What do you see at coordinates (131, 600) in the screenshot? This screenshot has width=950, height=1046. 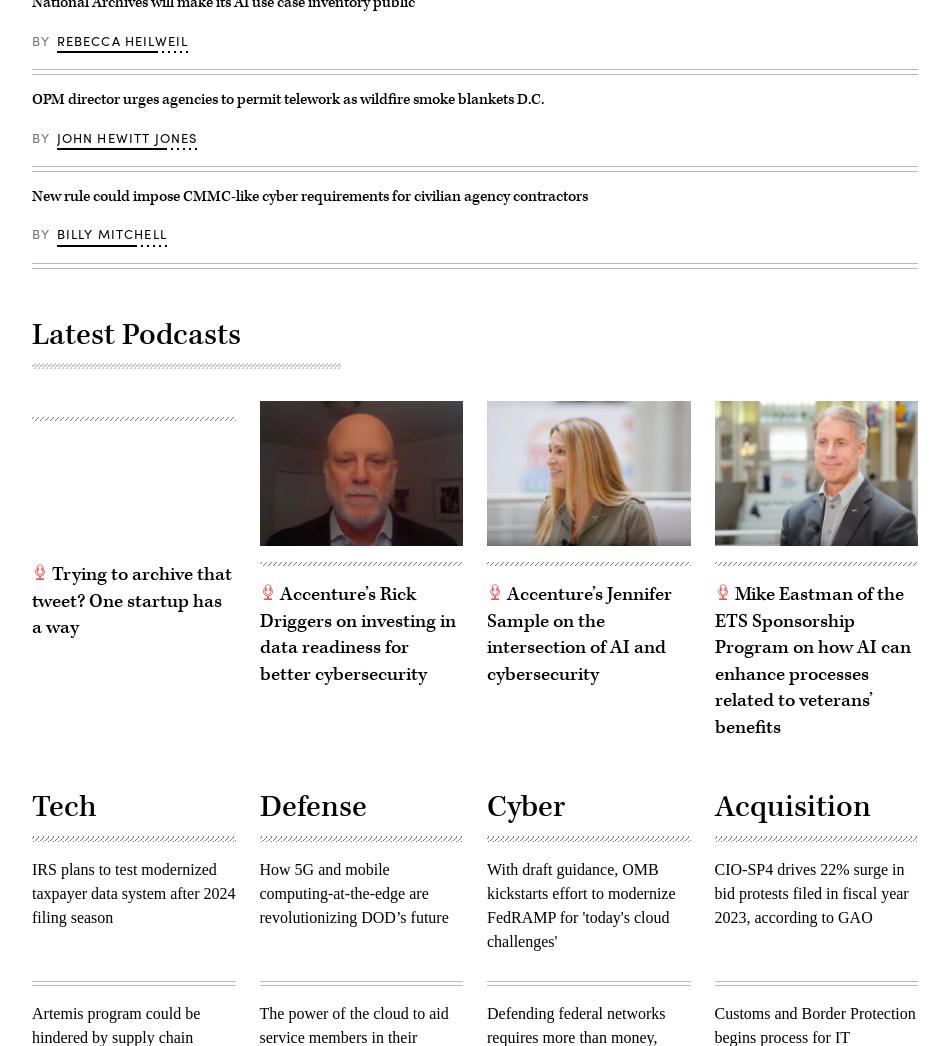 I see `'Trying to archive that tweet? One startup has a way'` at bounding box center [131, 600].